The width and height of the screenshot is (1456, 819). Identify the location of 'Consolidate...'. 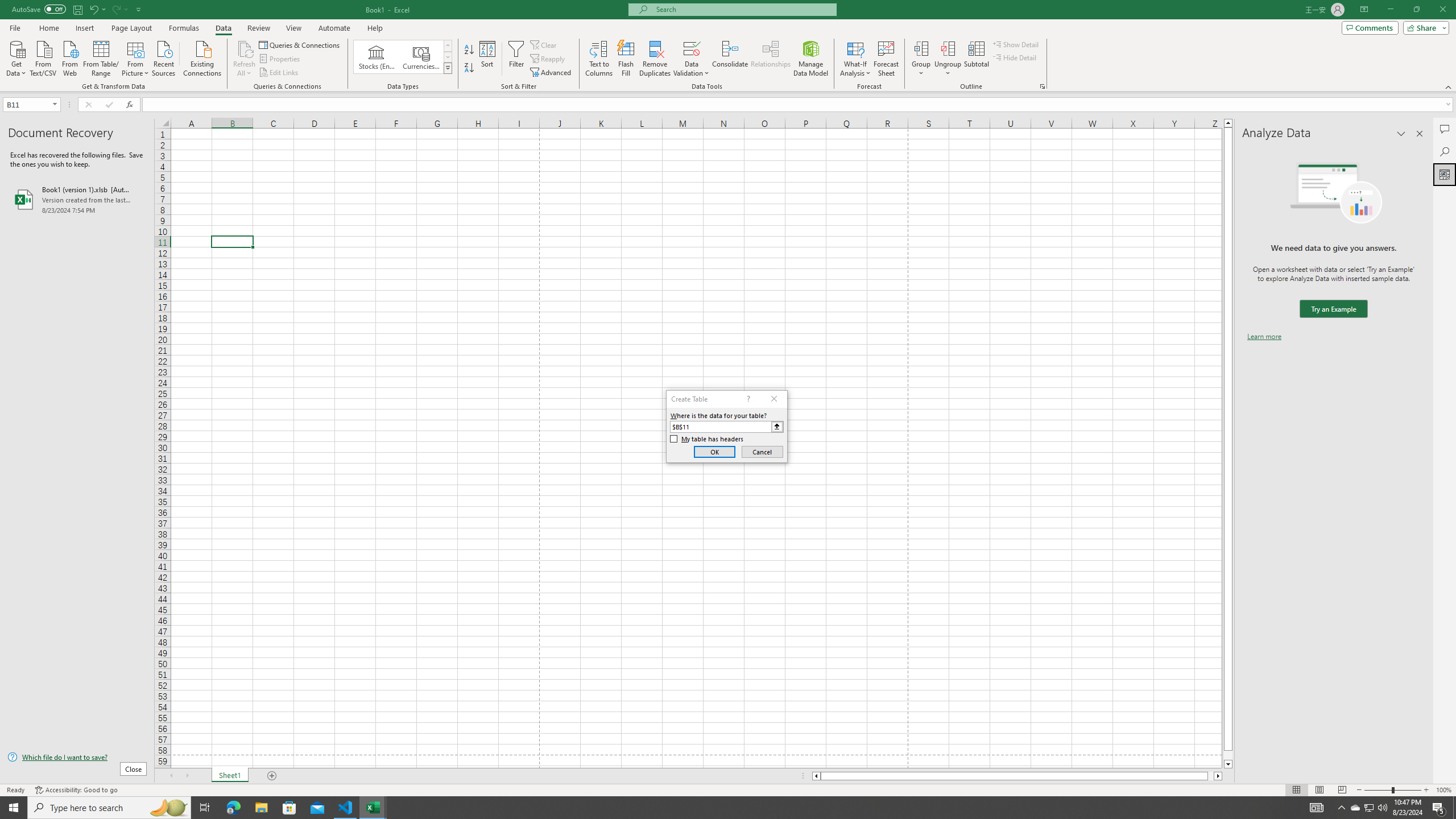
(730, 59).